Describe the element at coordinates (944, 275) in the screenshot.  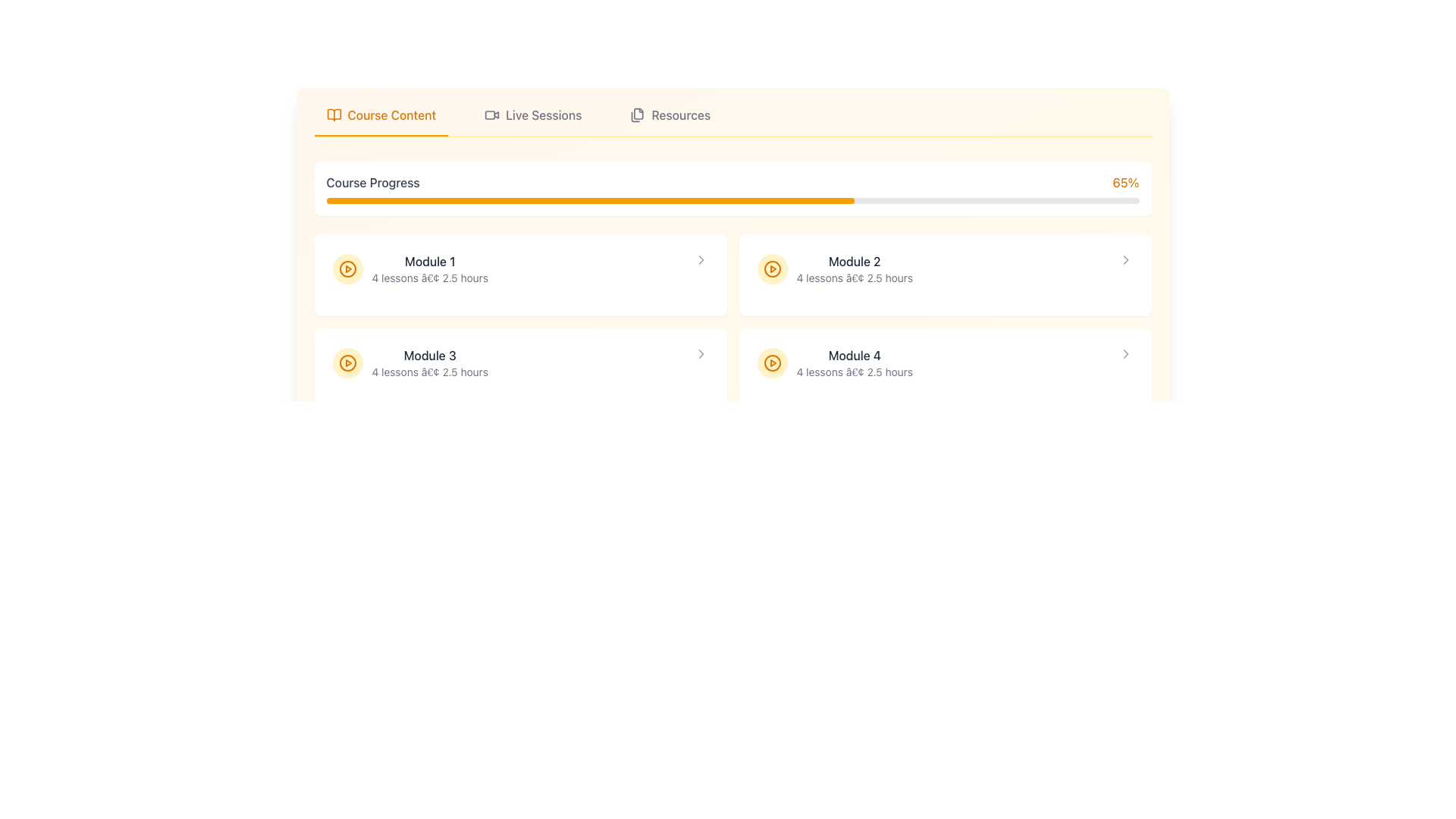
I see `the Card located in the upper-right section of the grid, which is the second card on the first row to the right of 'Module 1'` at that location.